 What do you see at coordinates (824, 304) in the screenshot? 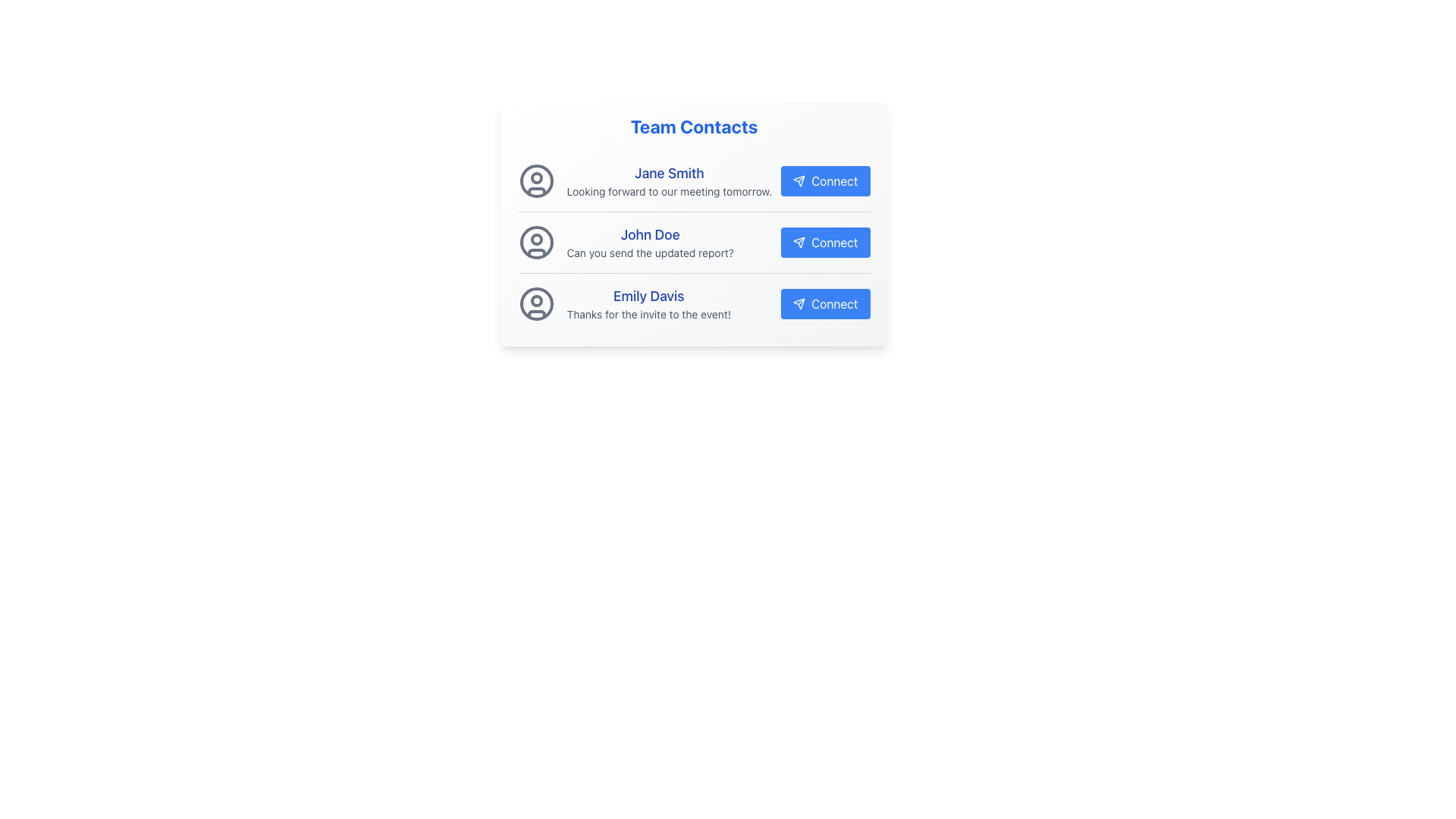
I see `the 'Connect' button with light blue background and rounded corners, associated with Emily Davis and the phrase 'Thanks for the invite to the event!'` at bounding box center [824, 304].